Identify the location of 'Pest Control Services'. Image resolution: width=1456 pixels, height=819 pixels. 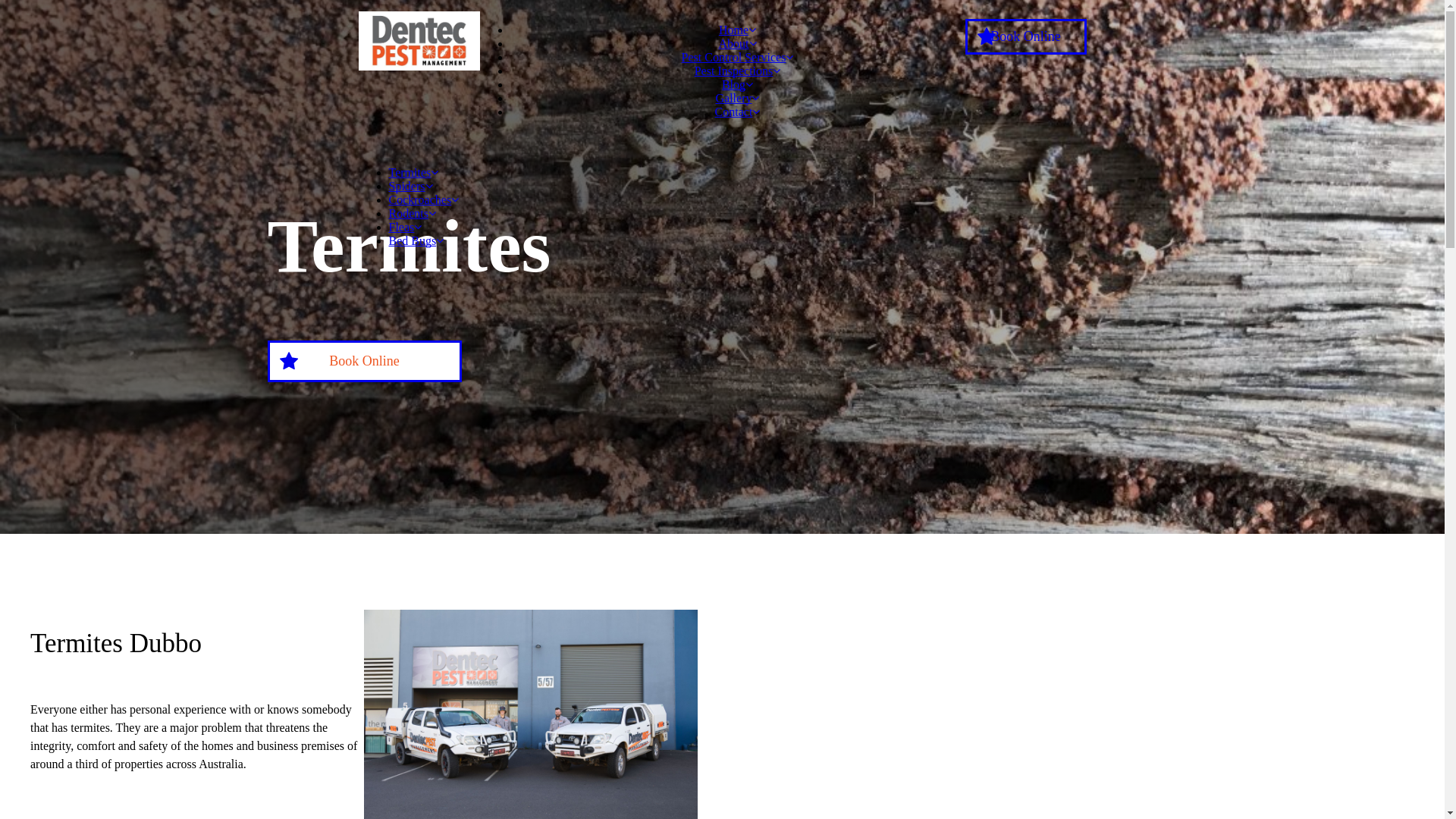
(738, 56).